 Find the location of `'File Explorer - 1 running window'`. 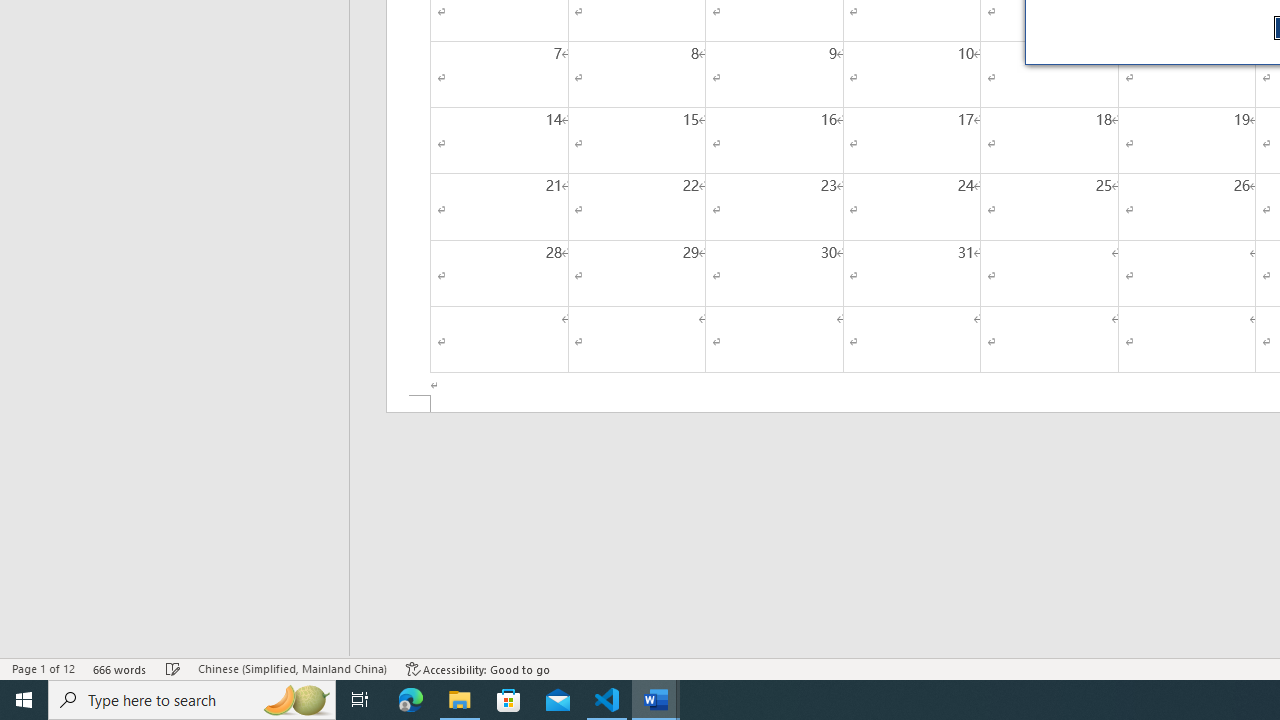

'File Explorer - 1 running window' is located at coordinates (459, 698).